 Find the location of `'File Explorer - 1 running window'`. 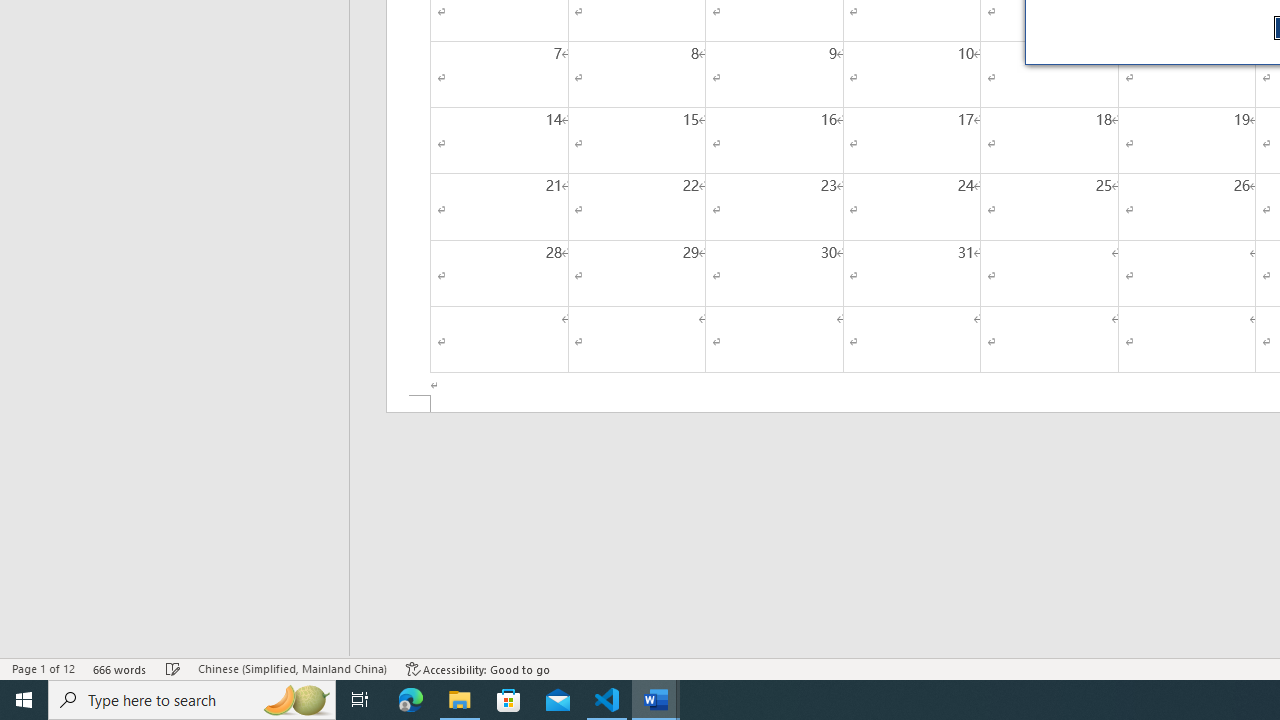

'File Explorer - 1 running window' is located at coordinates (459, 698).